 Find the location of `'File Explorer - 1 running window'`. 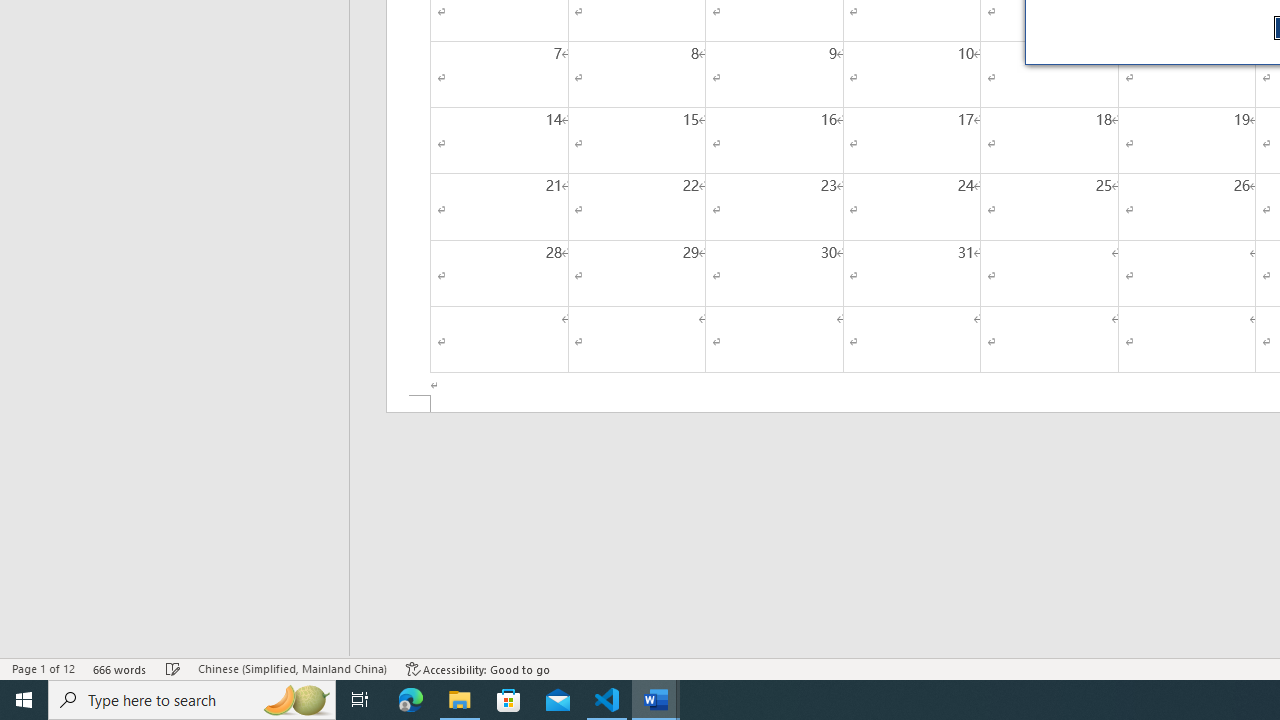

'File Explorer - 1 running window' is located at coordinates (459, 698).